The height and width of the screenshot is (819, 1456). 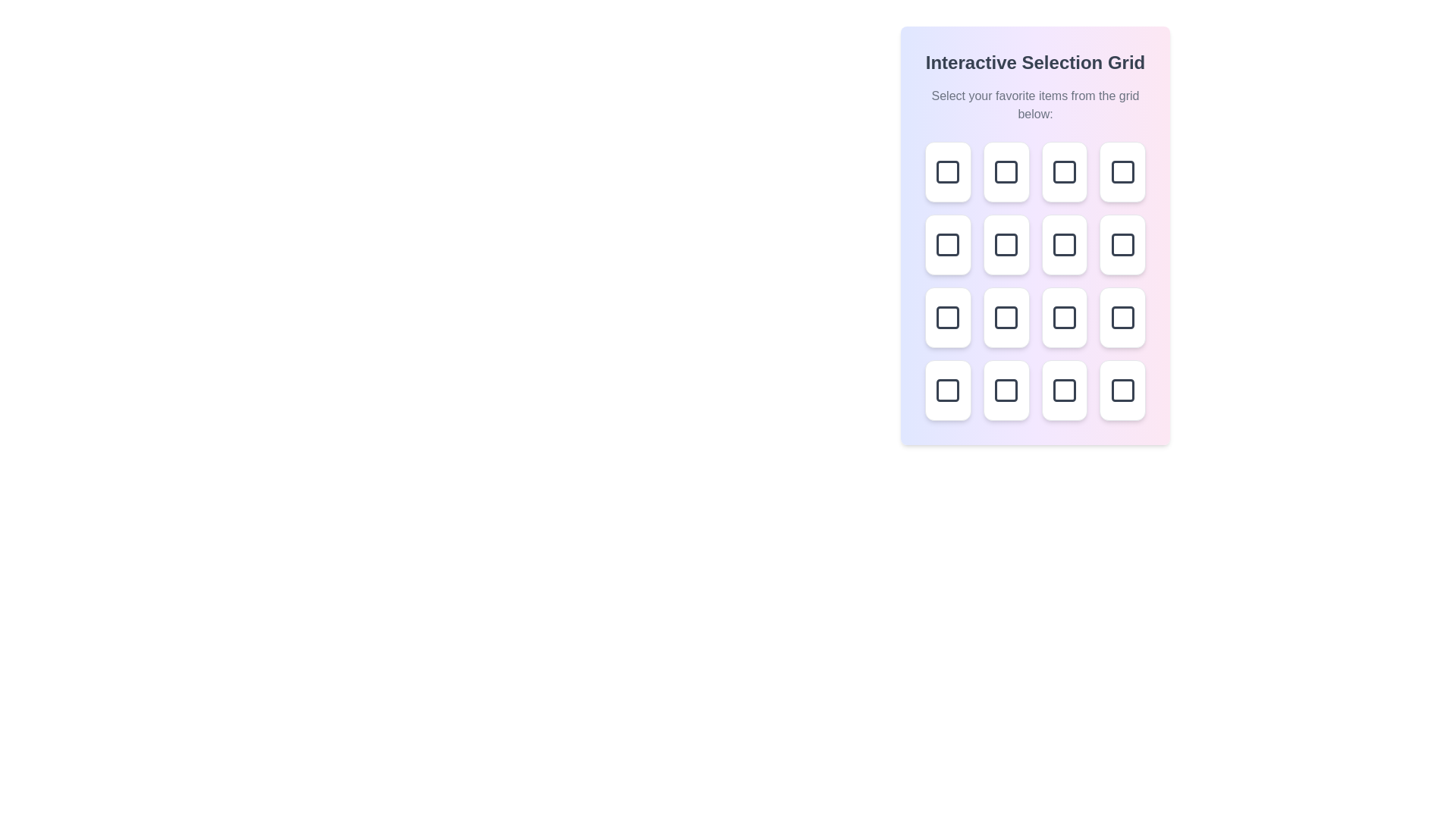 I want to click on the selectable grid tile located in the last row and second column from the left, so click(x=1006, y=390).